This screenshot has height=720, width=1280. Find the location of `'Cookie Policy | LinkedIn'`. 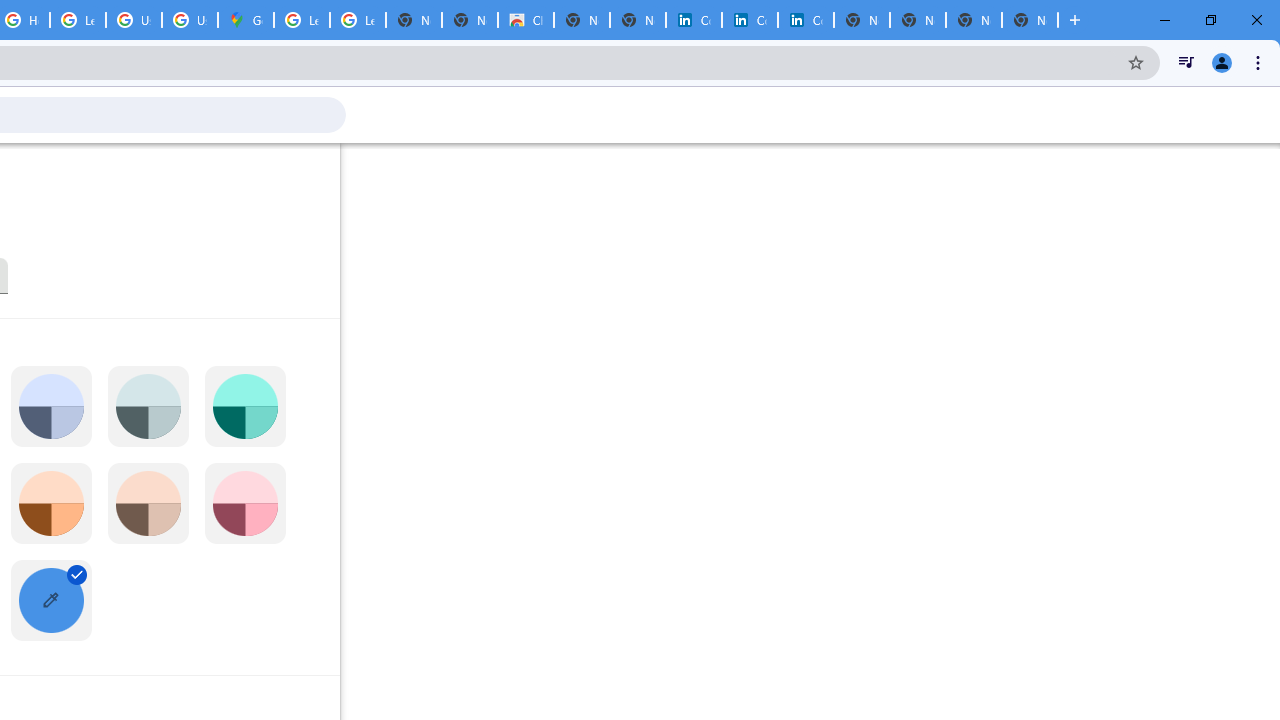

'Cookie Policy | LinkedIn' is located at coordinates (749, 20).